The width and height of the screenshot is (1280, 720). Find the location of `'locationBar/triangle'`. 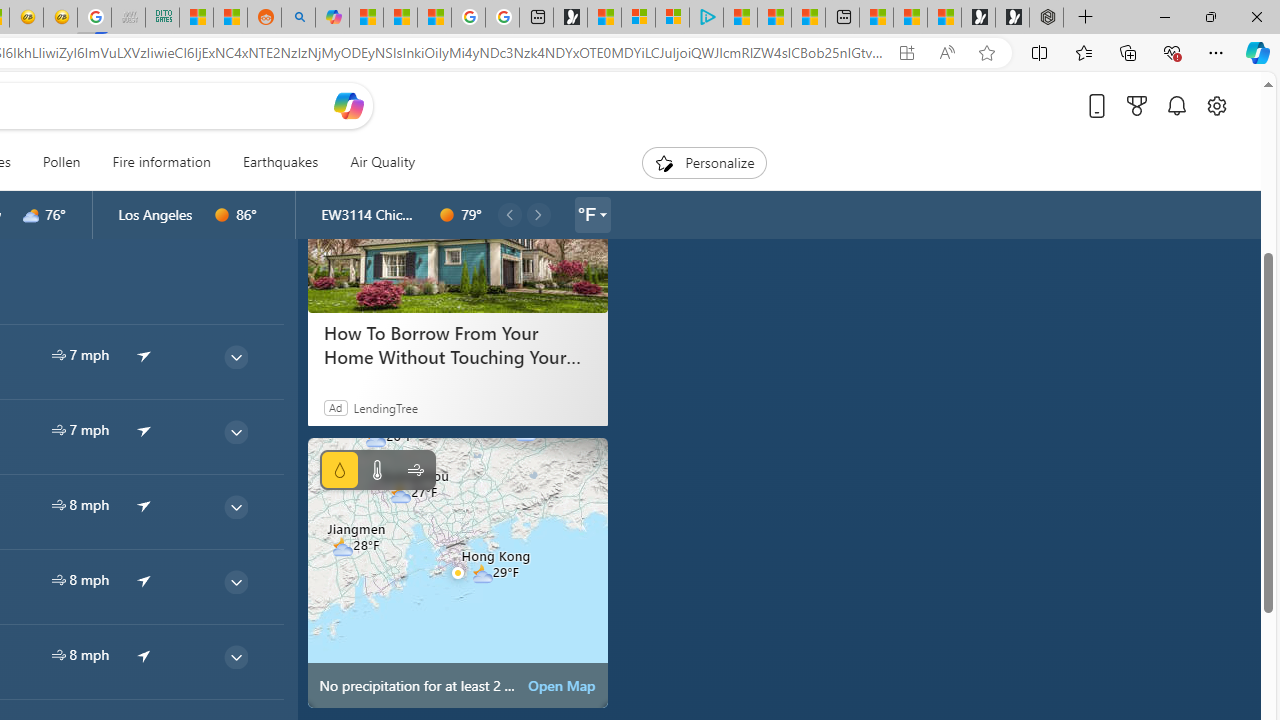

'locationBar/triangle' is located at coordinates (601, 214).